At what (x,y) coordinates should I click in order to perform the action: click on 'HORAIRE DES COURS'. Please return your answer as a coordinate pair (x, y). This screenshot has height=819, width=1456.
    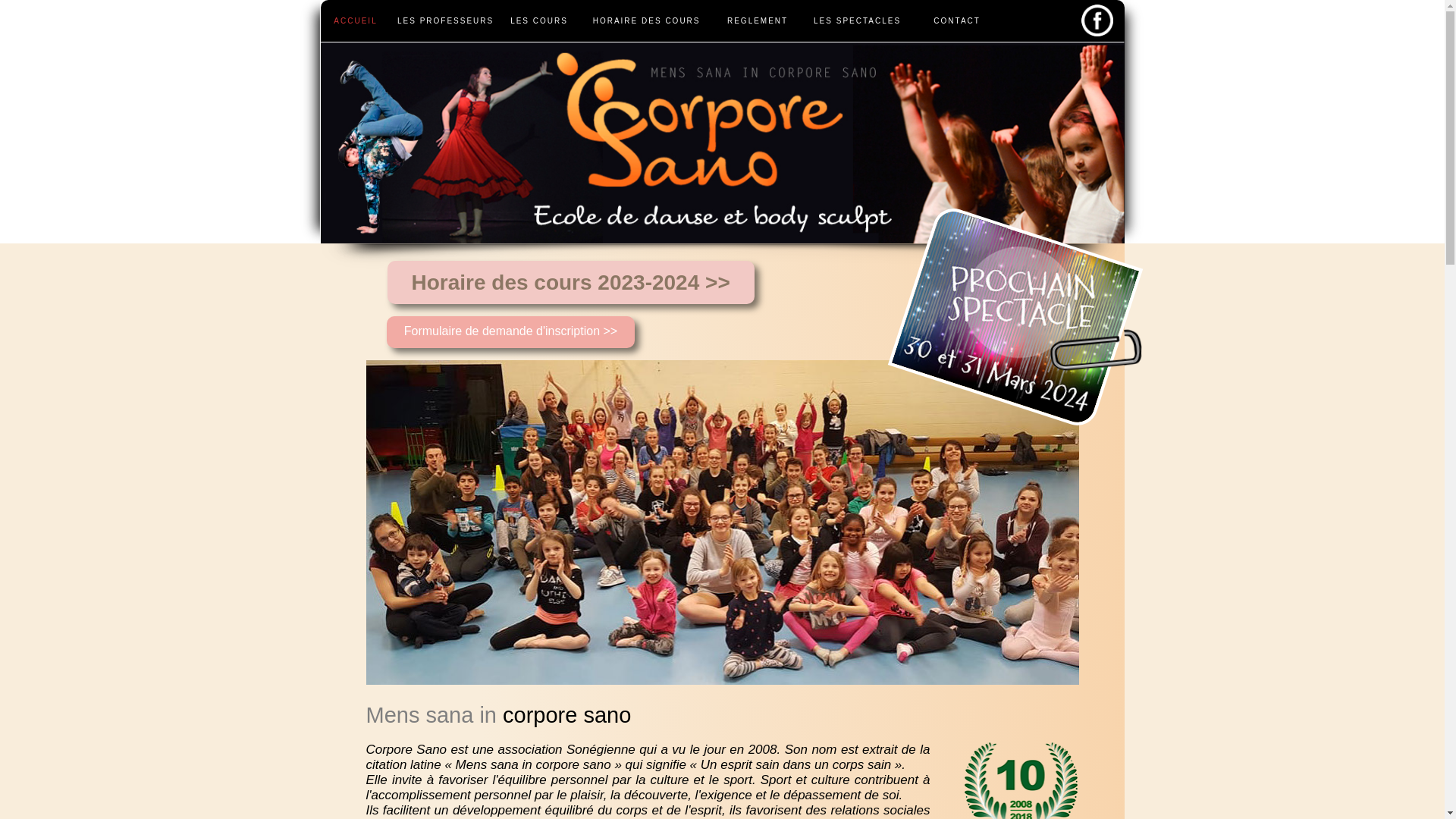
    Looking at the image, I should click on (647, 20).